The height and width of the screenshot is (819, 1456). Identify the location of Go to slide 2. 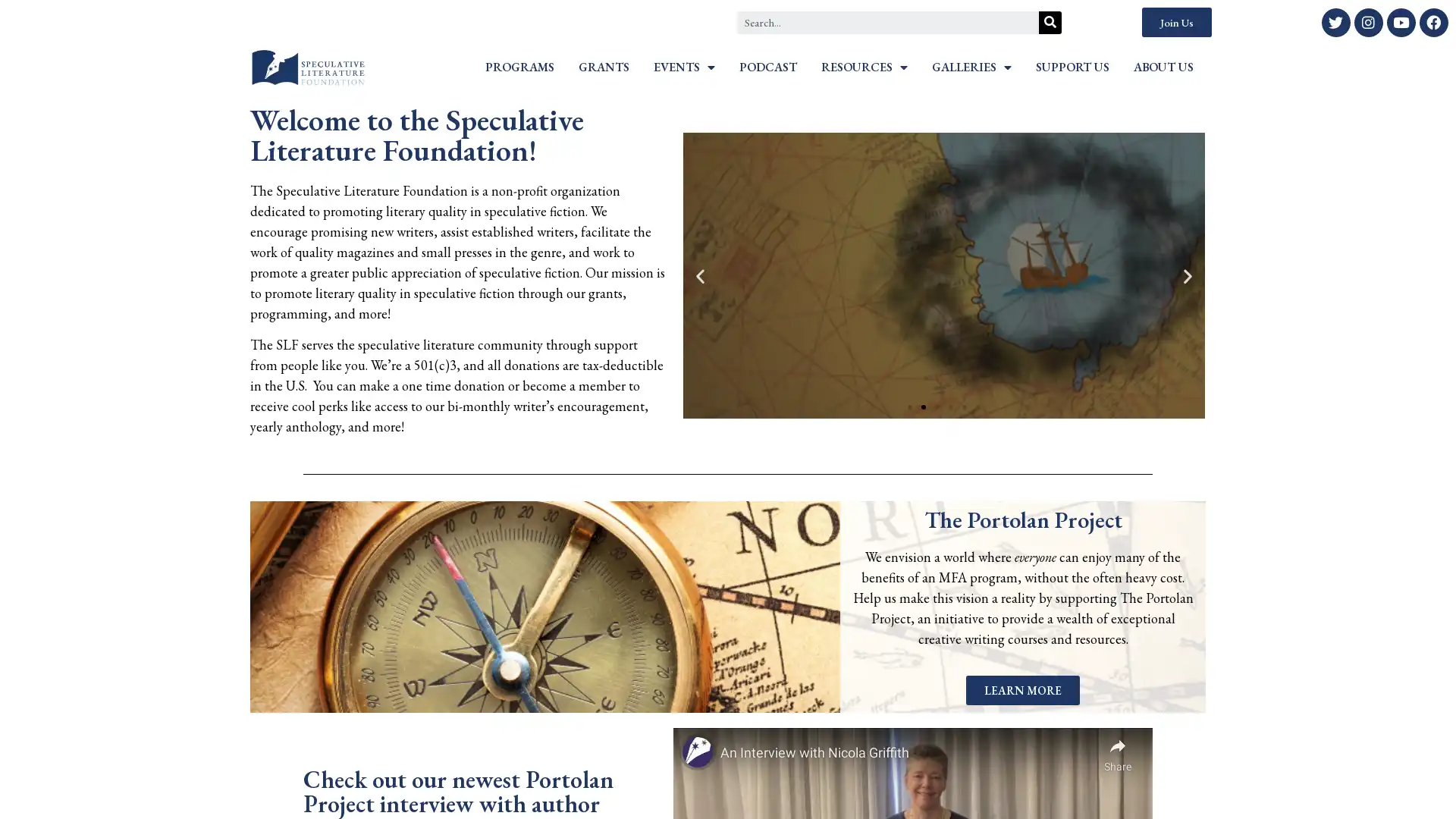
(923, 406).